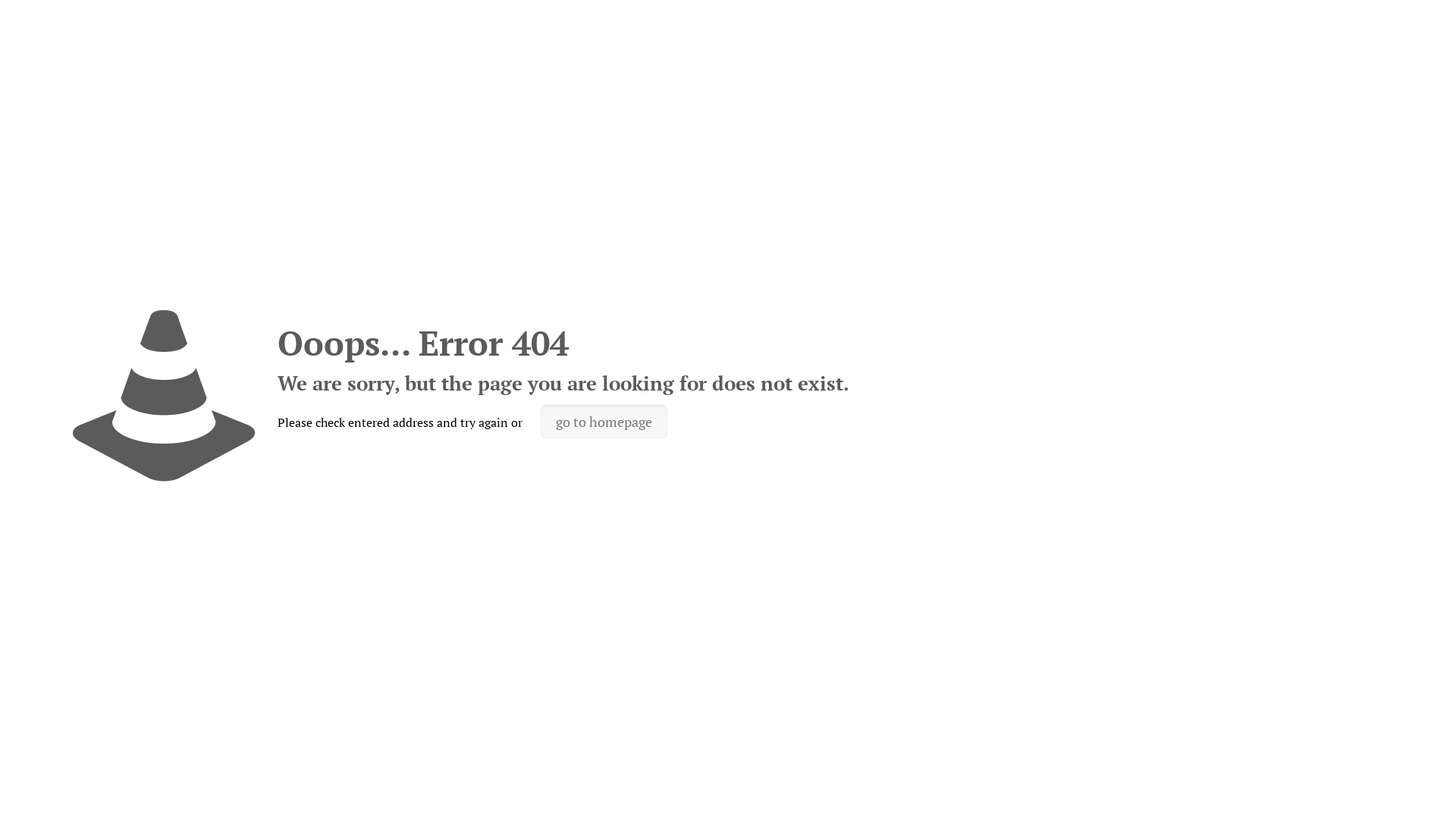  Describe the element at coordinates (603, 421) in the screenshot. I see `'go to homepage'` at that location.